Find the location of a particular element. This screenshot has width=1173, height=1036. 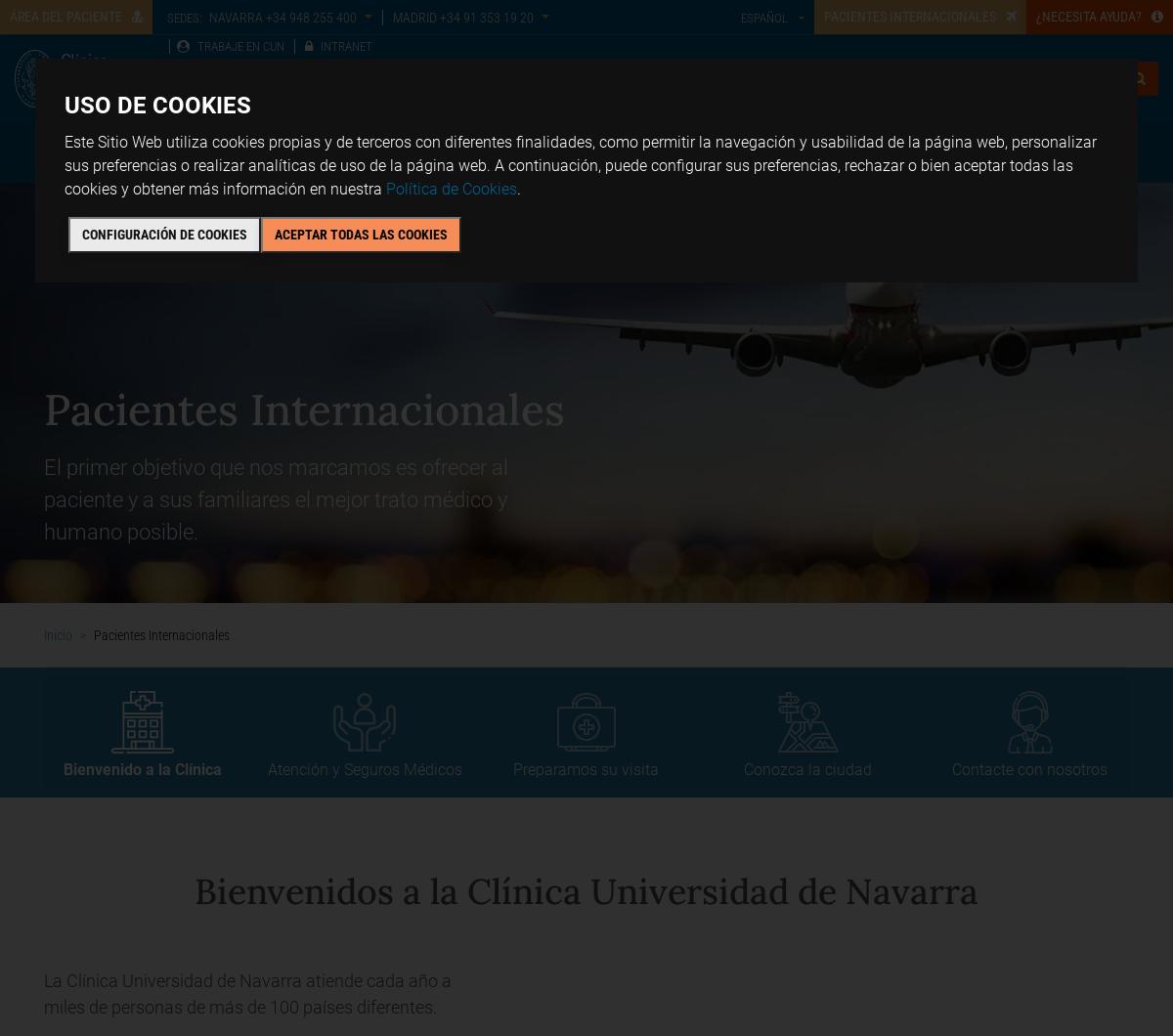

'Chequeos y salud' is located at coordinates (324, 151).